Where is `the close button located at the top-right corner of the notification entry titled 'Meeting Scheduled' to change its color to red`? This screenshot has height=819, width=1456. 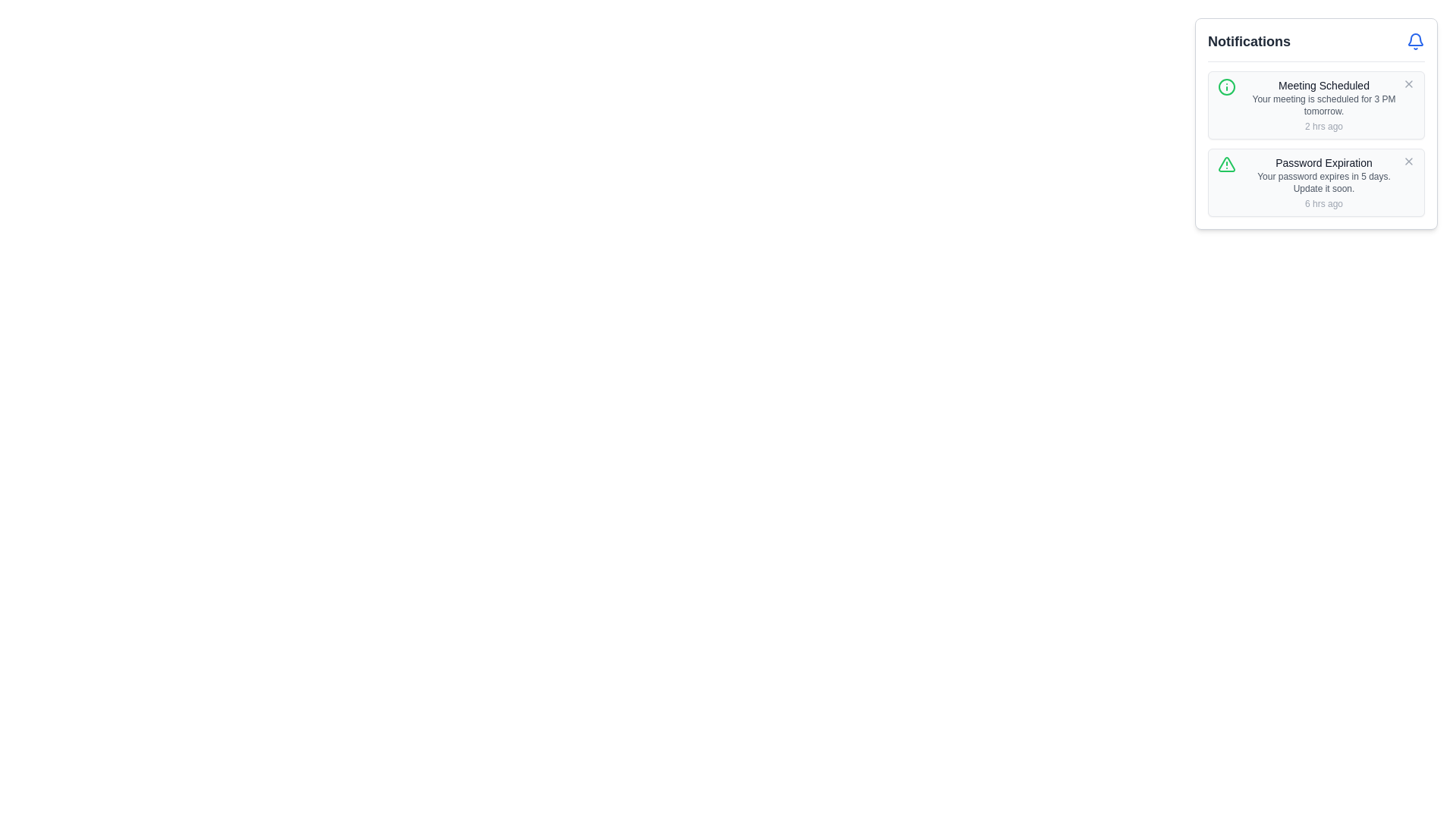 the close button located at the top-right corner of the notification entry titled 'Meeting Scheduled' to change its color to red is located at coordinates (1407, 84).